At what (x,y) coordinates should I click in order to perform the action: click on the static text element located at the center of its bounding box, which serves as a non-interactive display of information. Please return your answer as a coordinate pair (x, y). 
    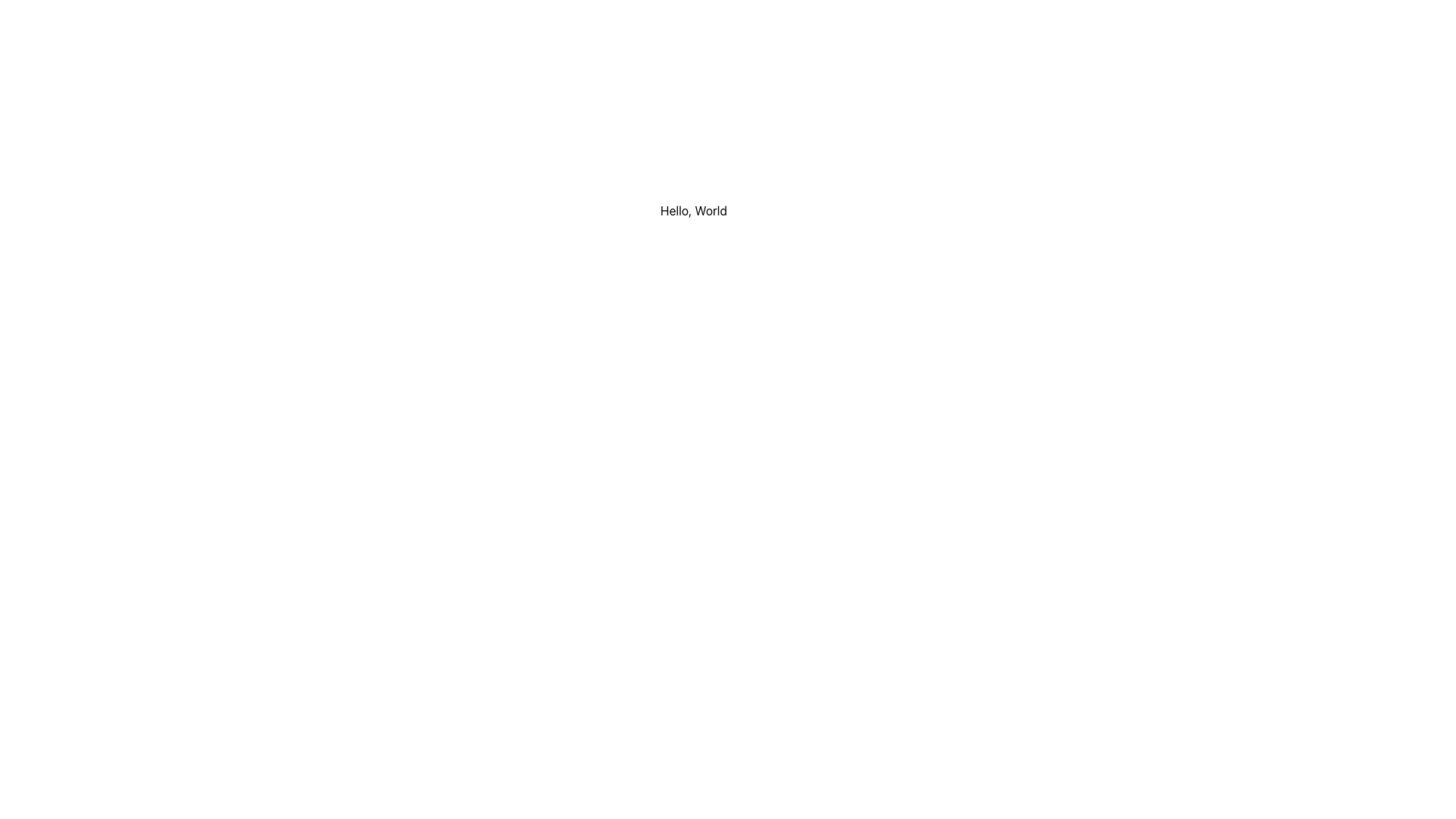
    Looking at the image, I should click on (693, 210).